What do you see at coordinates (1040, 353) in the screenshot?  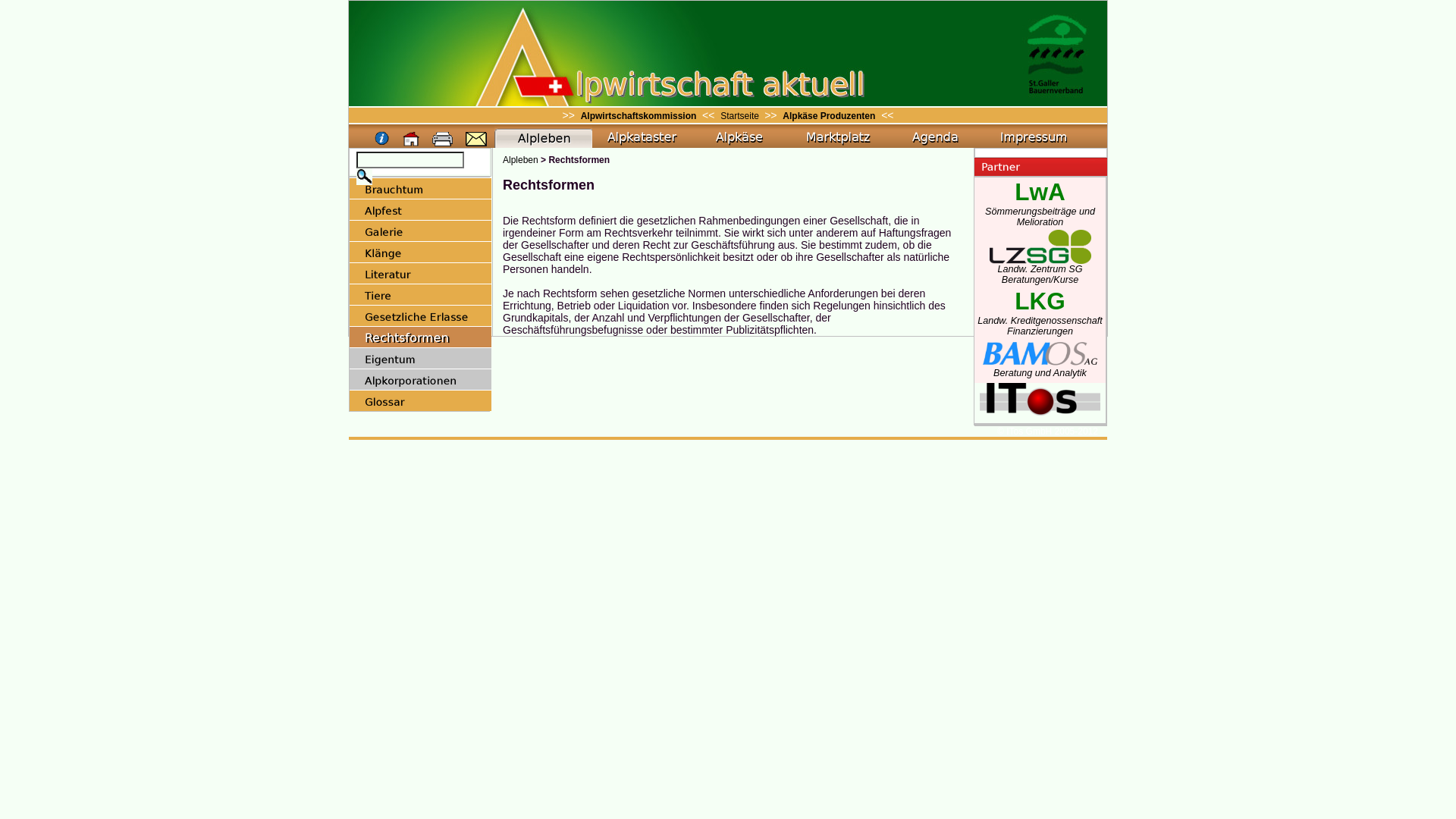 I see `'Bamos AG'` at bounding box center [1040, 353].